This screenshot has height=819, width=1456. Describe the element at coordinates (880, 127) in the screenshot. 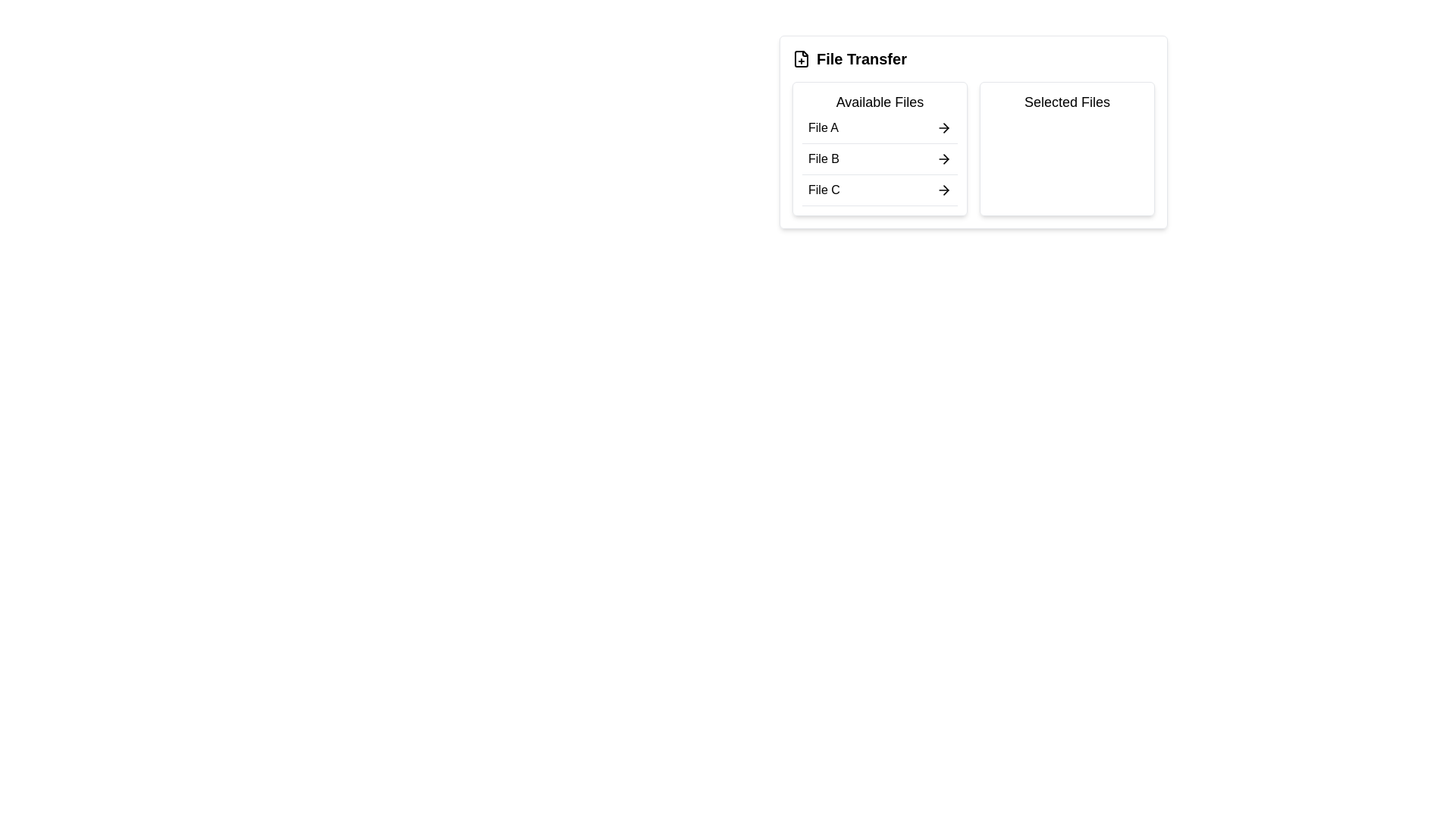

I see `the first selectable file in the transfer list under the 'Available Files' section` at that location.